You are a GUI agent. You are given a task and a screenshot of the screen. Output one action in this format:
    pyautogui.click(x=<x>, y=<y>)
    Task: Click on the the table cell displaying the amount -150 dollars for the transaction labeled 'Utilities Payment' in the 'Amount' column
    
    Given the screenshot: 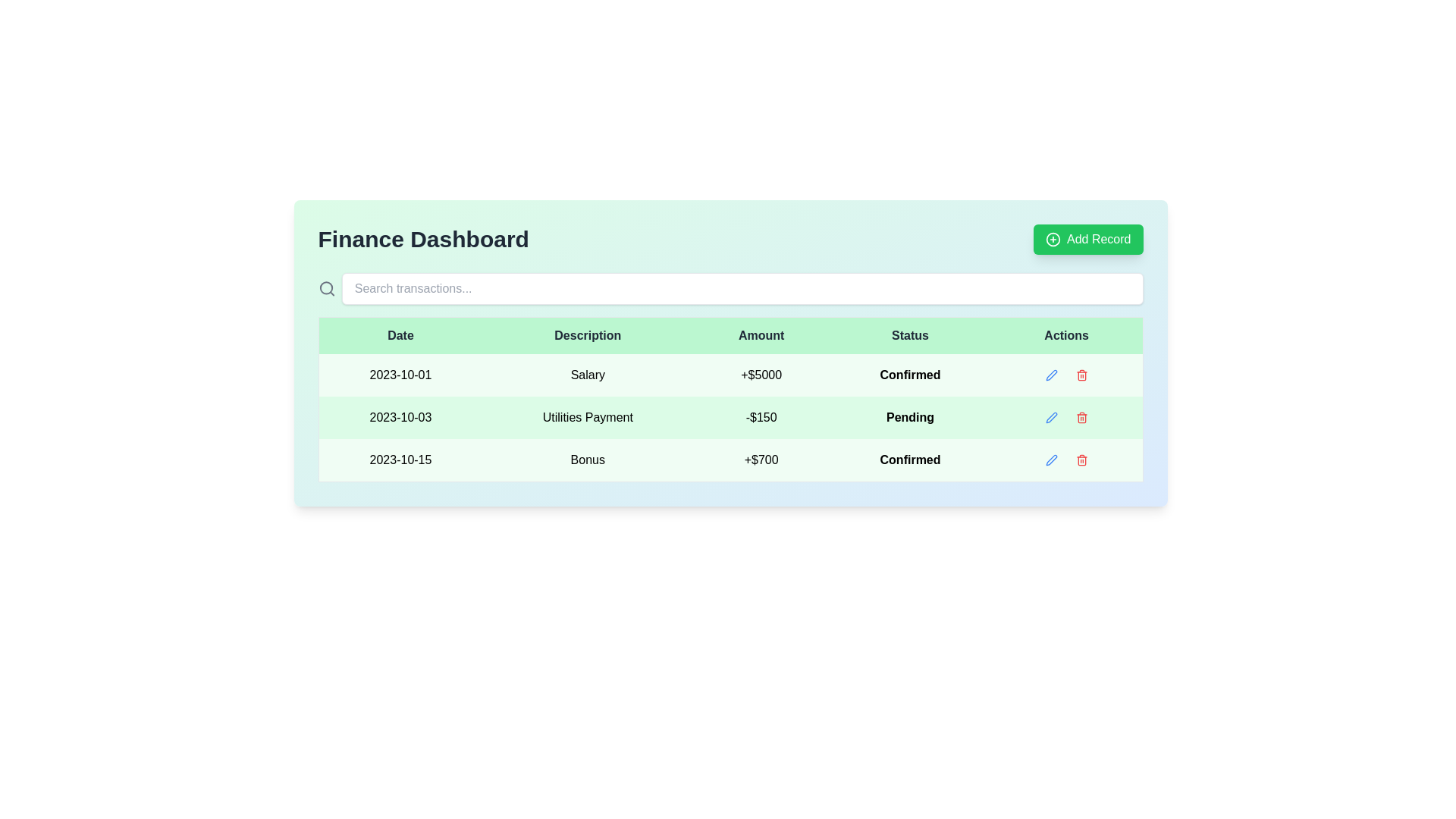 What is the action you would take?
    pyautogui.click(x=761, y=418)
    